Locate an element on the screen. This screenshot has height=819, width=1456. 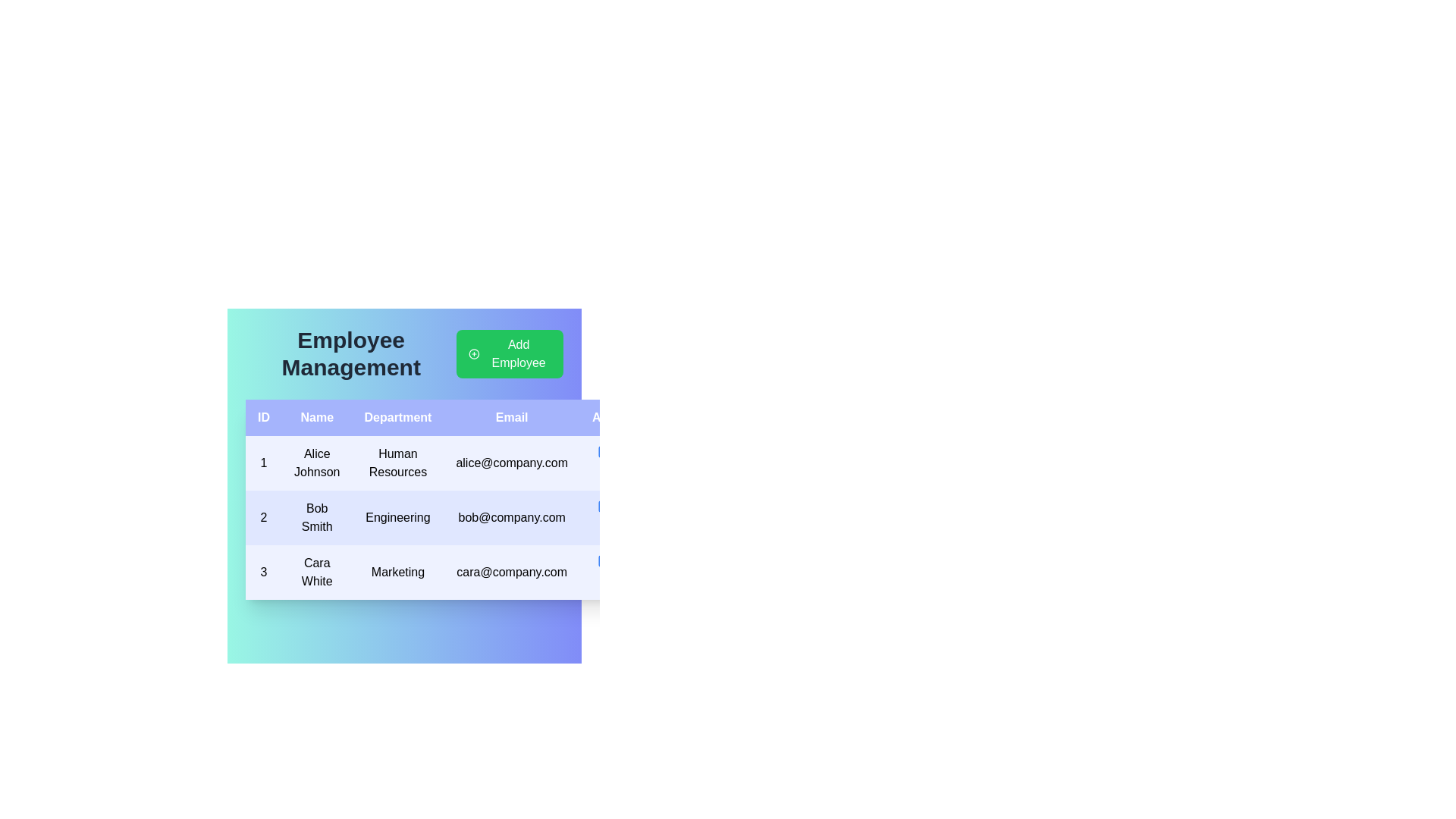
the 'Add Employee' button, which has a bold green background, rounded corners, and white text with a plus icon, located next to the 'Employee Management' title is located at coordinates (510, 353).